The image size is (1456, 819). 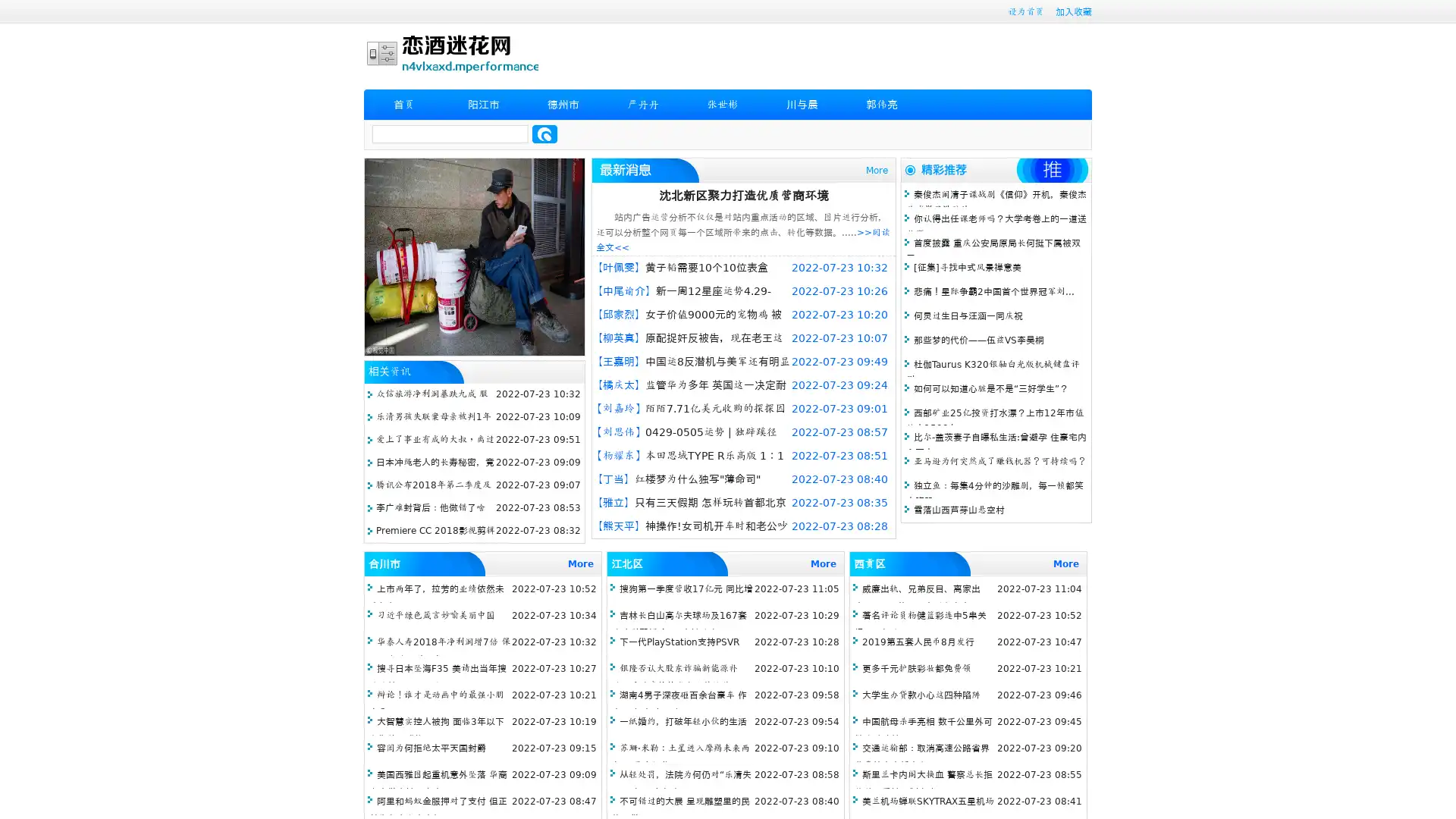 I want to click on Search, so click(x=544, y=133).